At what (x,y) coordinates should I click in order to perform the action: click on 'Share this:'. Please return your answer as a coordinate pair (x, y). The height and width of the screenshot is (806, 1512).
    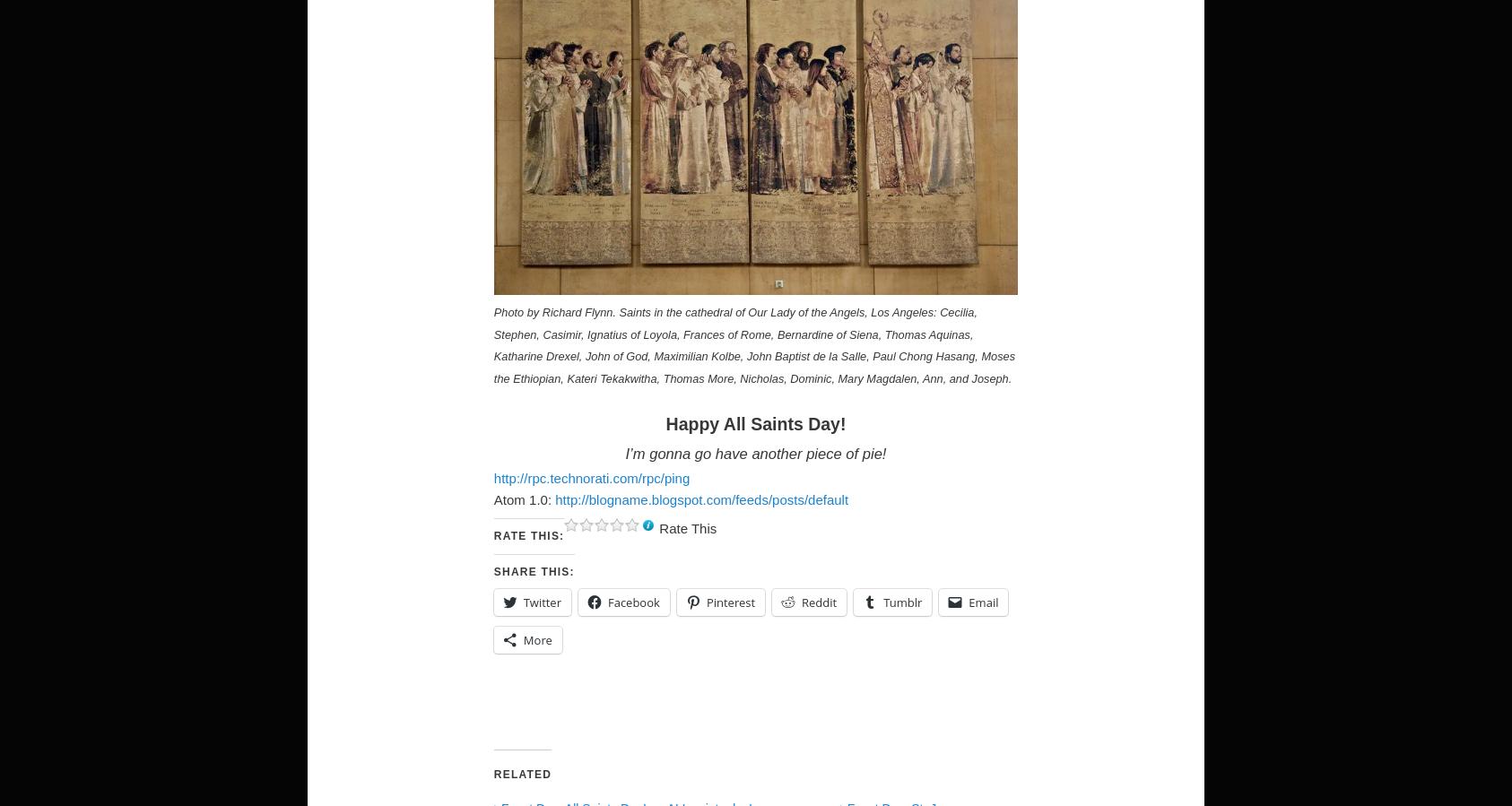
    Looking at the image, I should click on (492, 570).